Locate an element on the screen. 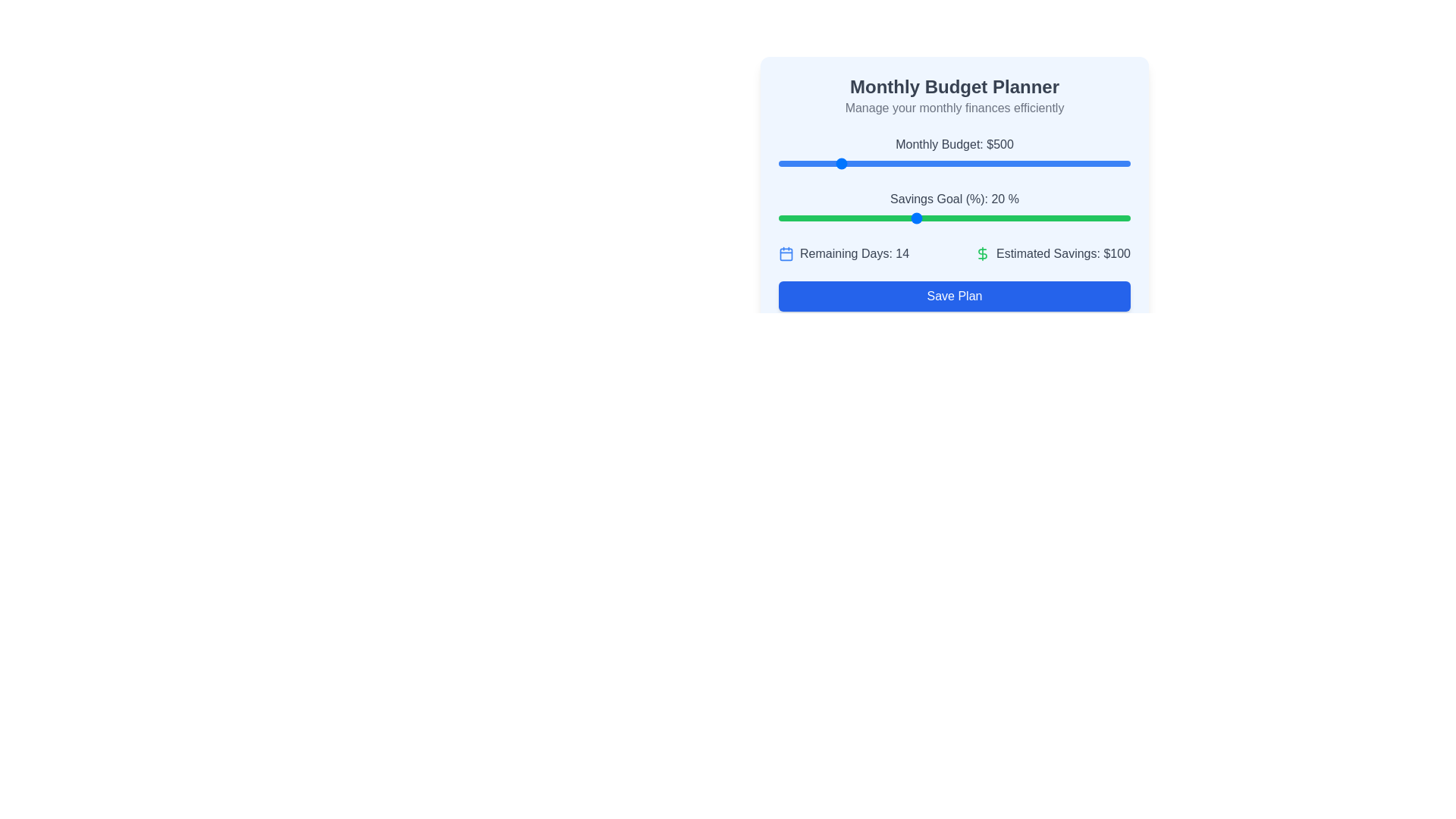  the budget is located at coordinates (1079, 164).